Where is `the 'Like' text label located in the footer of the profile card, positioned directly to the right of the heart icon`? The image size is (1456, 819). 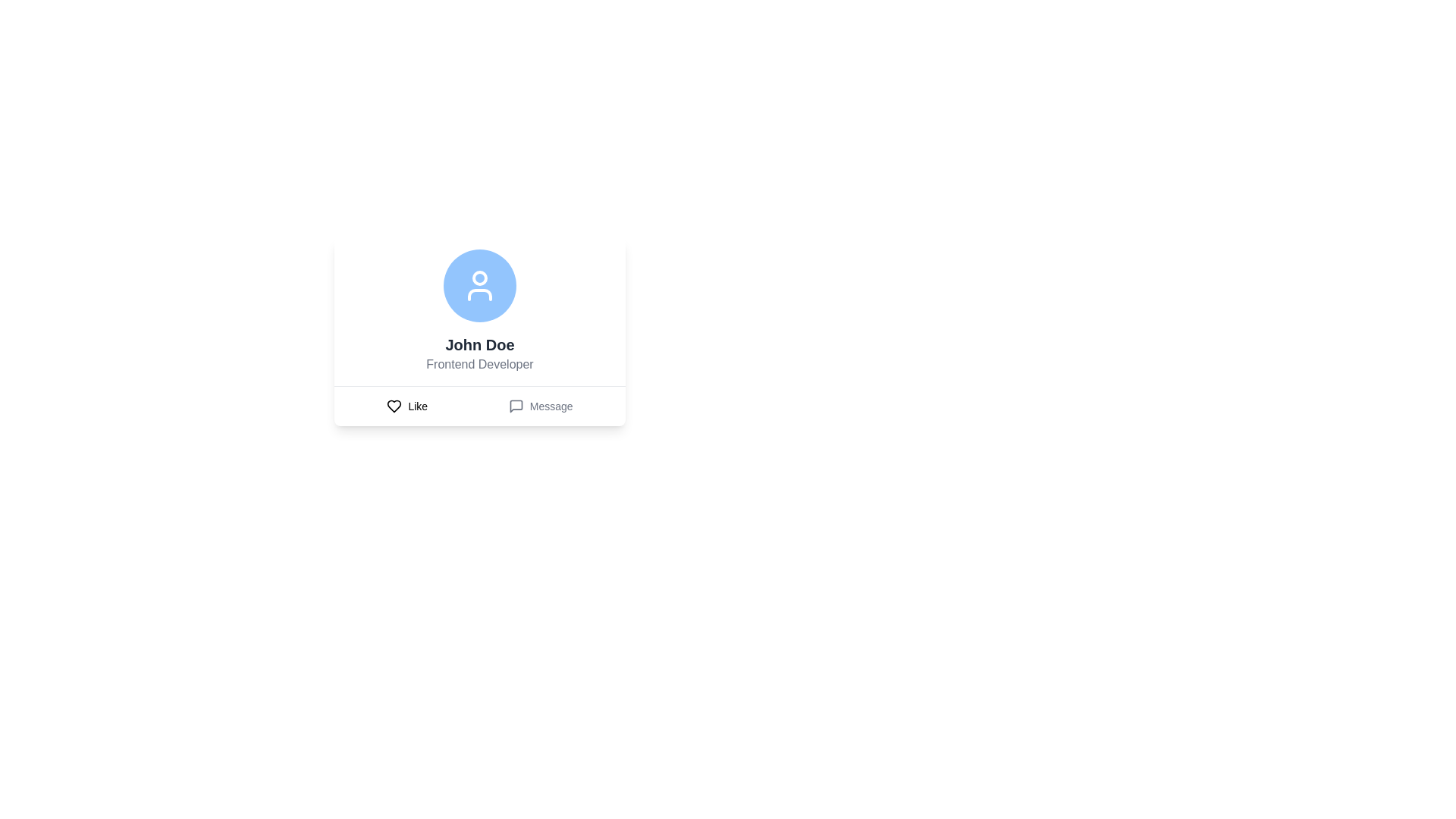 the 'Like' text label located in the footer of the profile card, positioned directly to the right of the heart icon is located at coordinates (418, 406).